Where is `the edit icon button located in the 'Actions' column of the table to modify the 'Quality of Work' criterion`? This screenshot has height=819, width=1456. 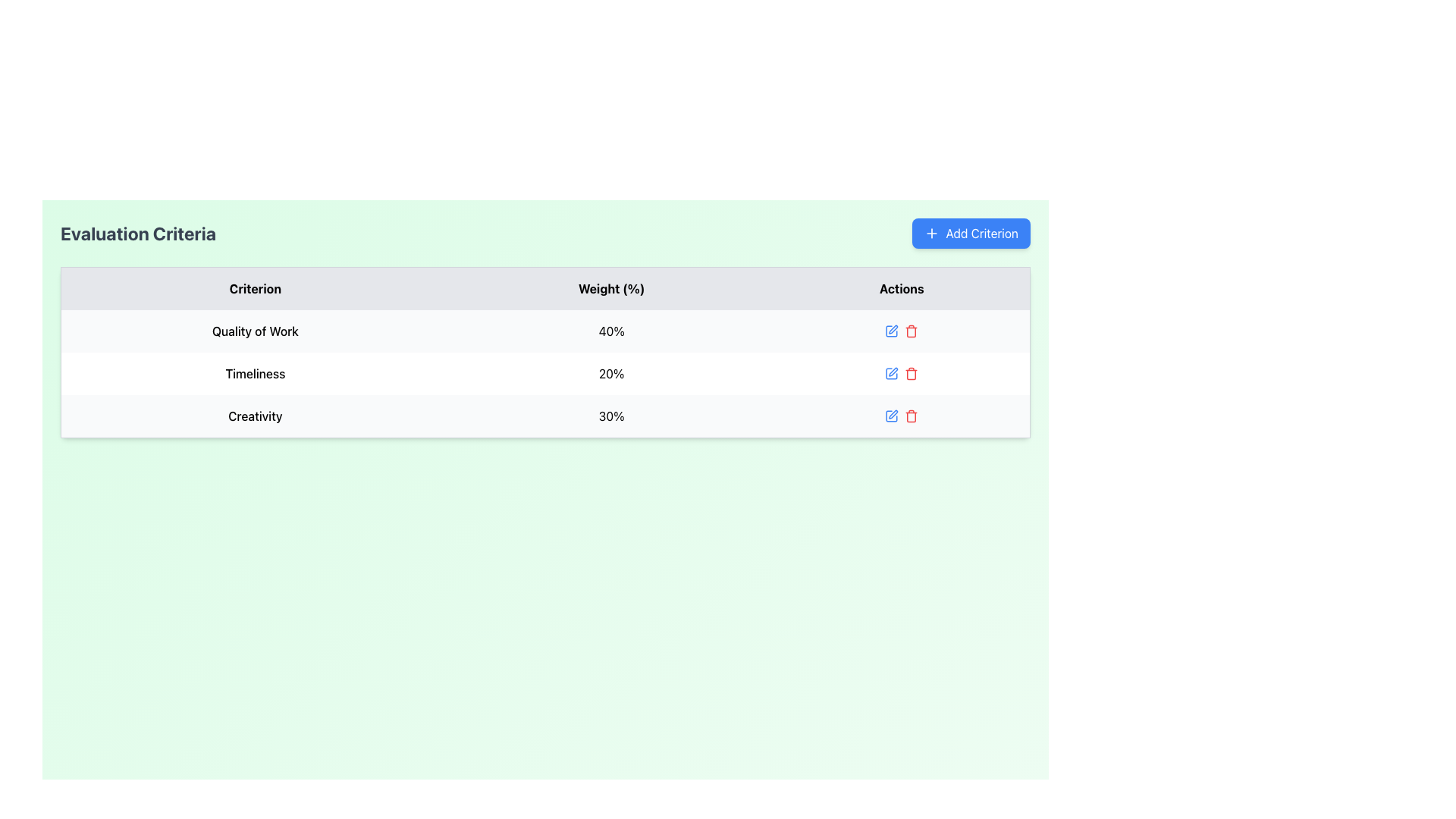 the edit icon button located in the 'Actions' column of the table to modify the 'Quality of Work' criterion is located at coordinates (892, 330).